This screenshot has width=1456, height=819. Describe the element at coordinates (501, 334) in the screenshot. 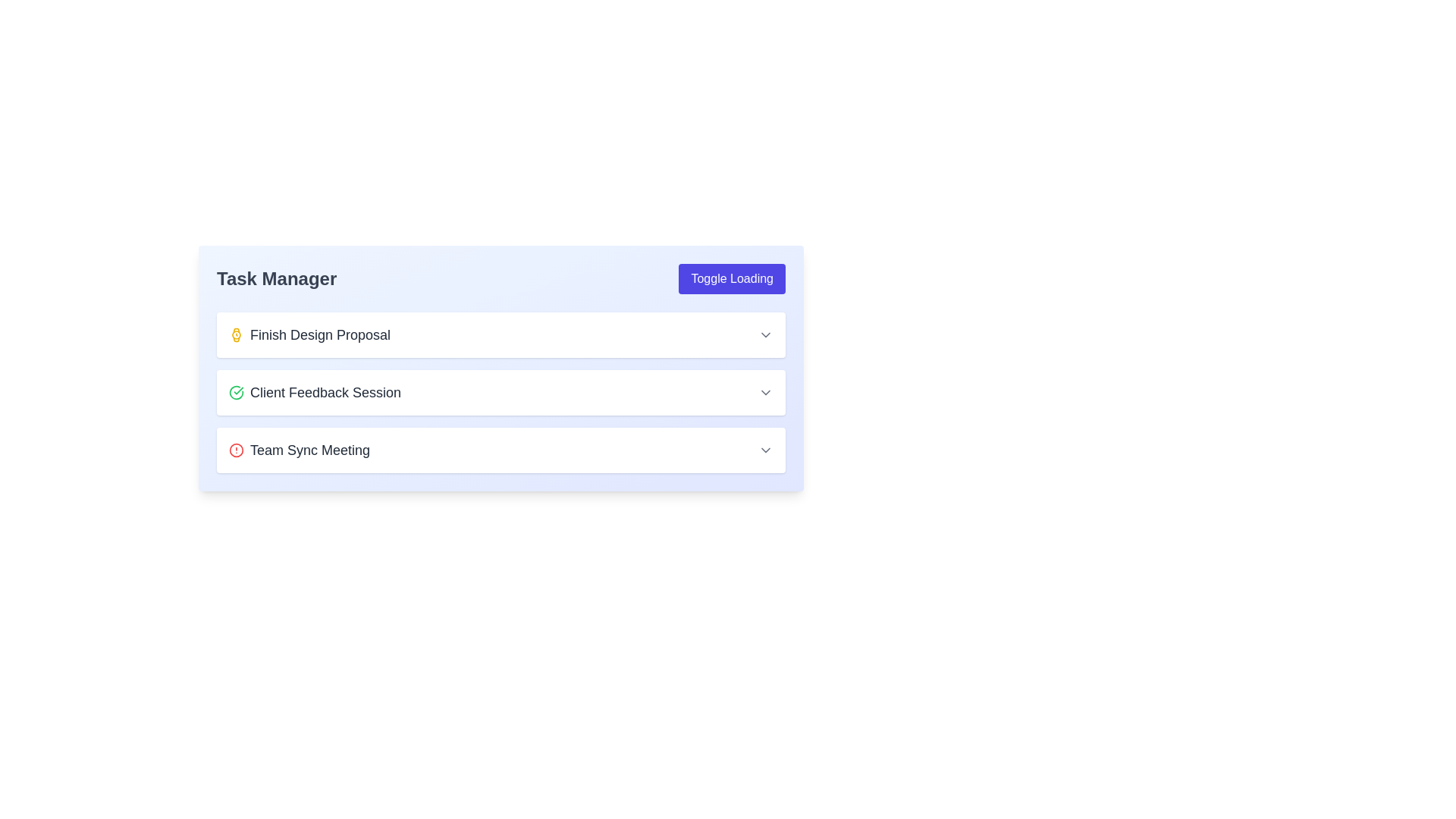

I see `the Collapsible Row` at that location.